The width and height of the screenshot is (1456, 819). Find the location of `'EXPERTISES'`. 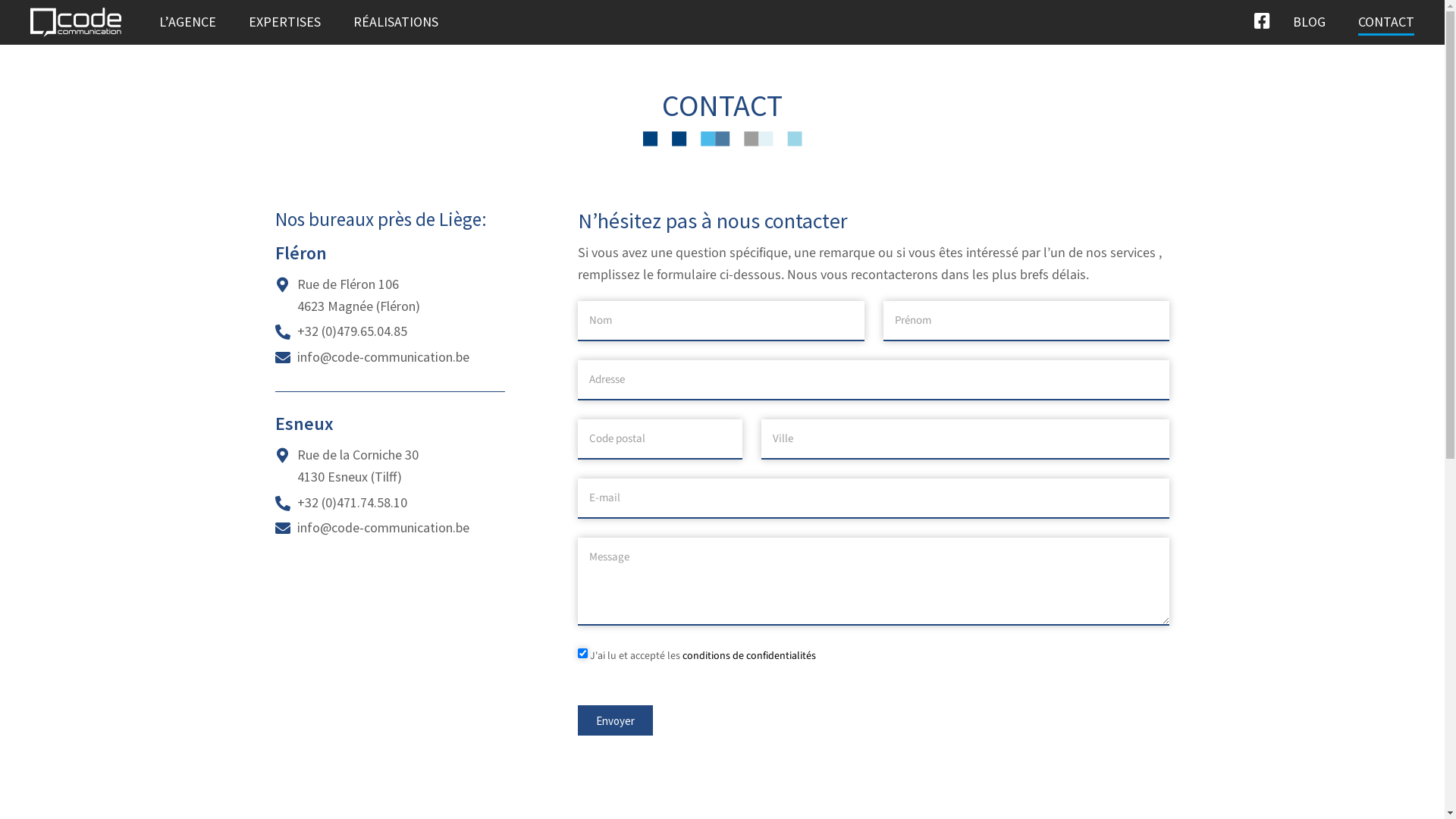

'EXPERTISES' is located at coordinates (284, 22).